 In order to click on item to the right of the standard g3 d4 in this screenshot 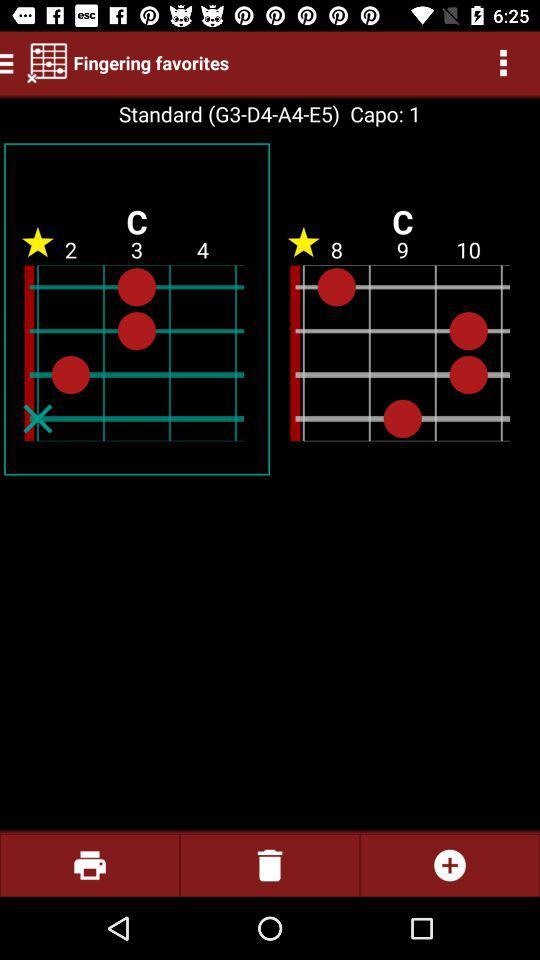, I will do `click(380, 114)`.